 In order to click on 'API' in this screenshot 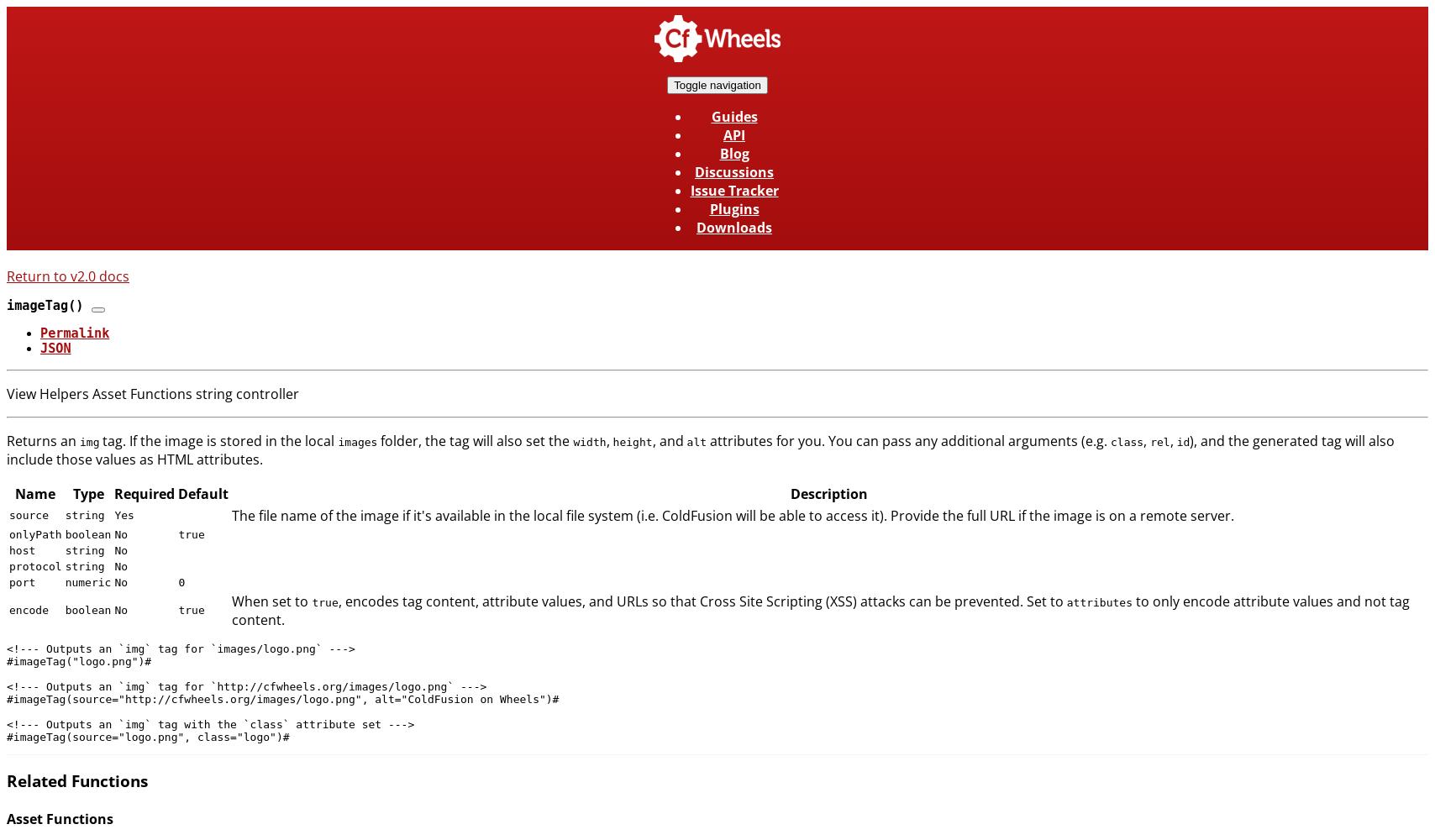, I will do `click(723, 135)`.